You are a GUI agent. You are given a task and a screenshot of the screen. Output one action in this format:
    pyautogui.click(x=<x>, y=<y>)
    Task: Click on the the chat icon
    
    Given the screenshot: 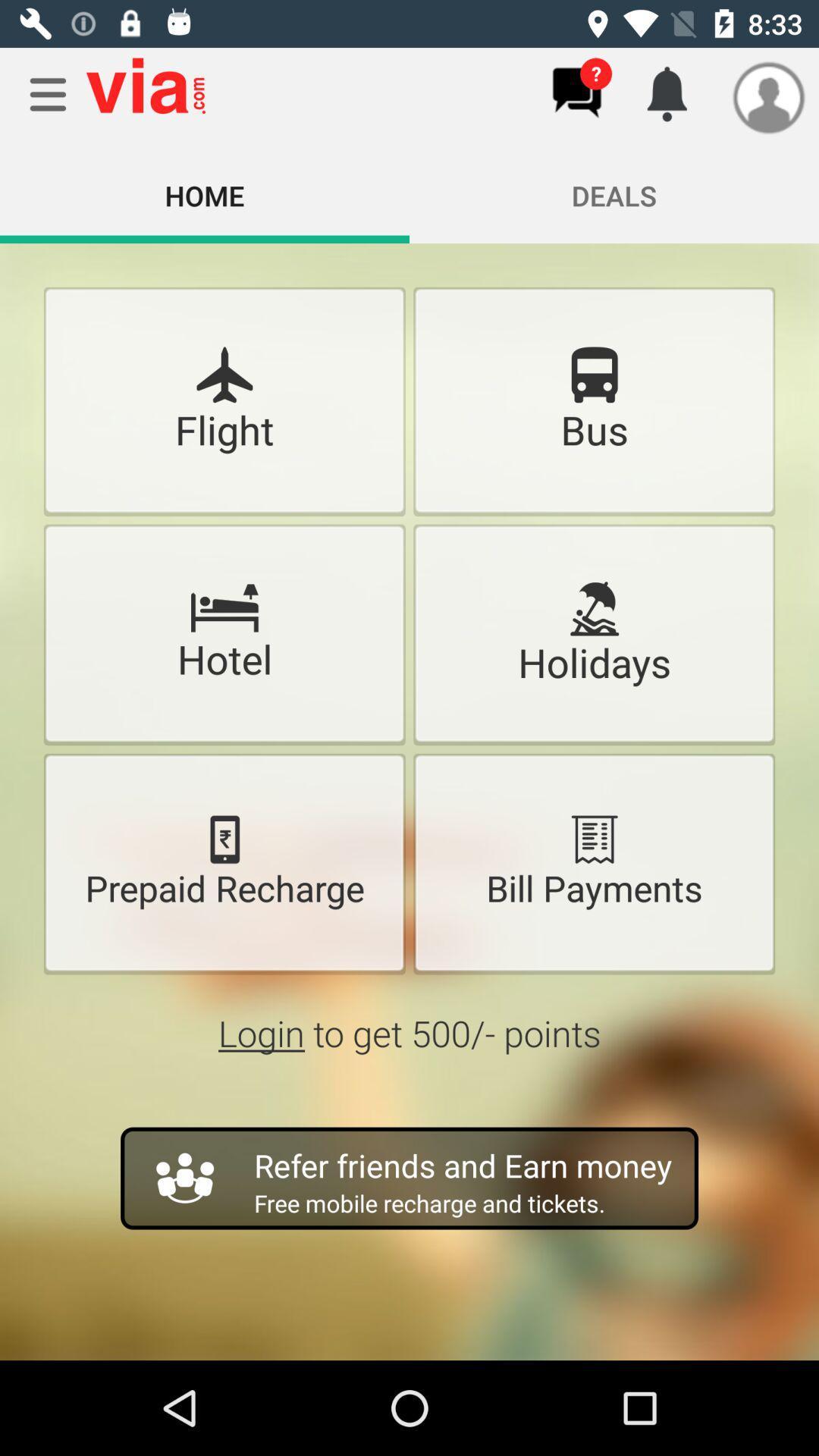 What is the action you would take?
    pyautogui.click(x=576, y=92)
    